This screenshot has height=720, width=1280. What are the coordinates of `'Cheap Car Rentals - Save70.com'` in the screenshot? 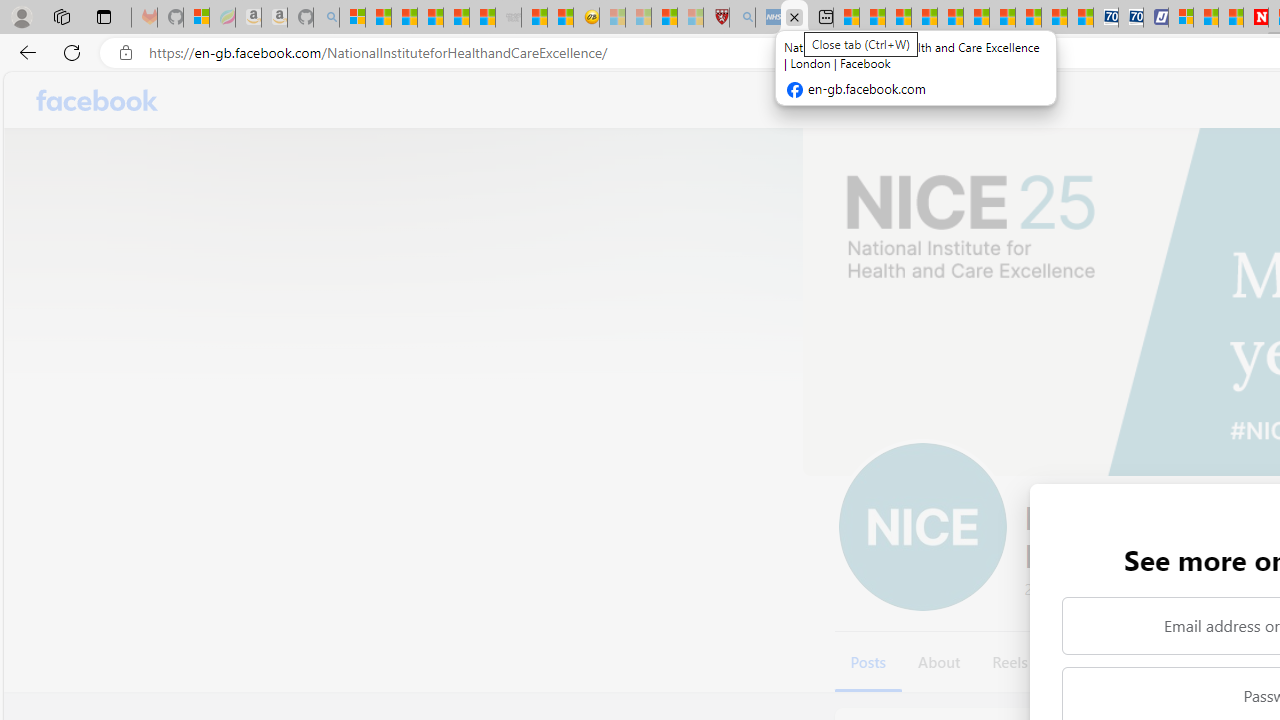 It's located at (1104, 17).